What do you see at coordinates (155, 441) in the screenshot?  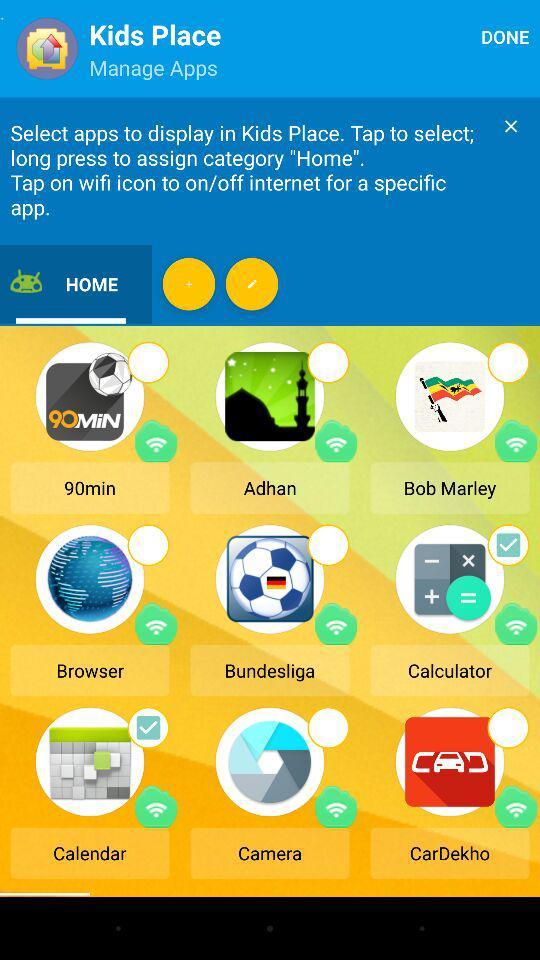 I see `to on/off wifi icon for a specific app` at bounding box center [155, 441].